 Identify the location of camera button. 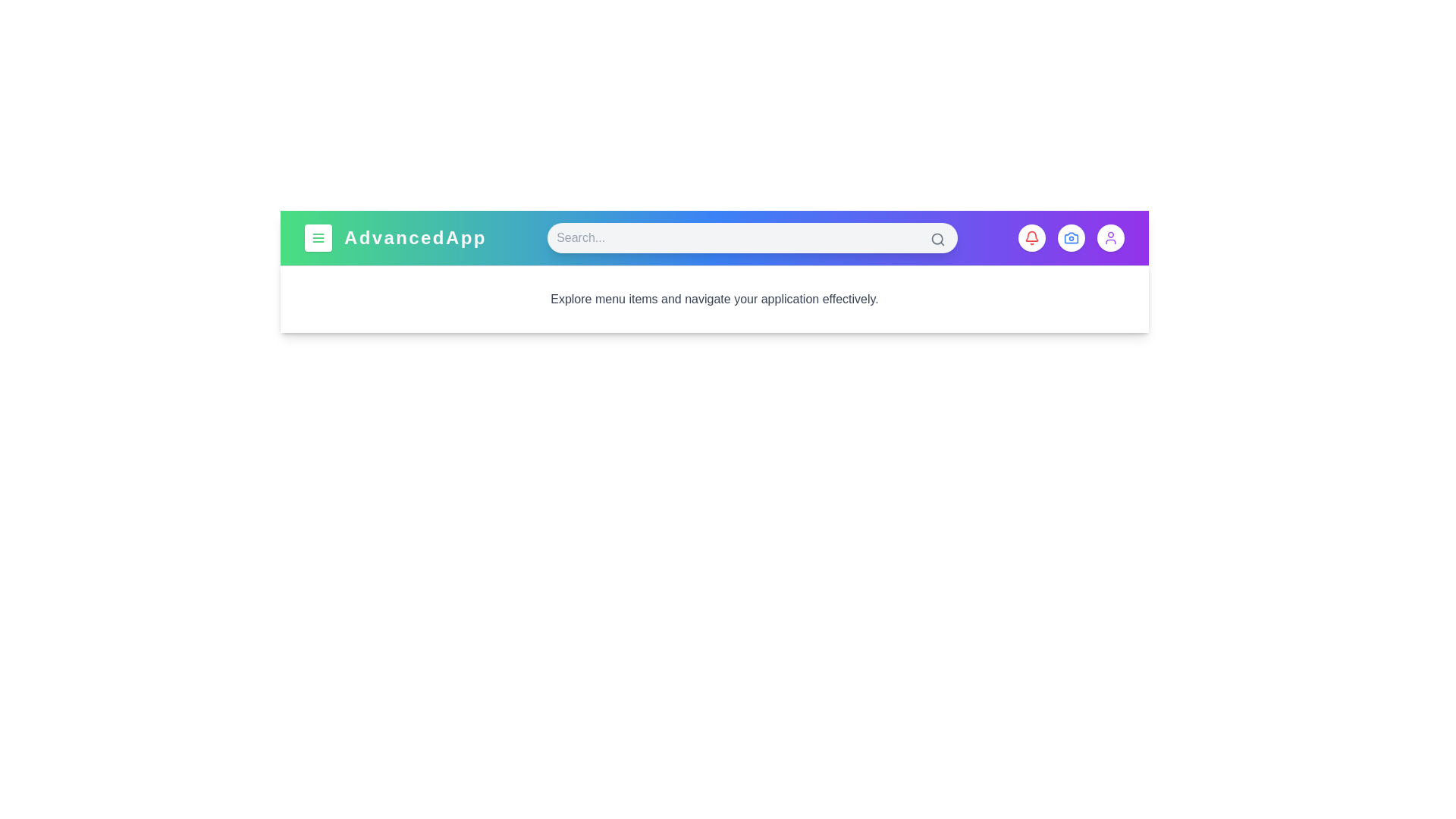
(1070, 237).